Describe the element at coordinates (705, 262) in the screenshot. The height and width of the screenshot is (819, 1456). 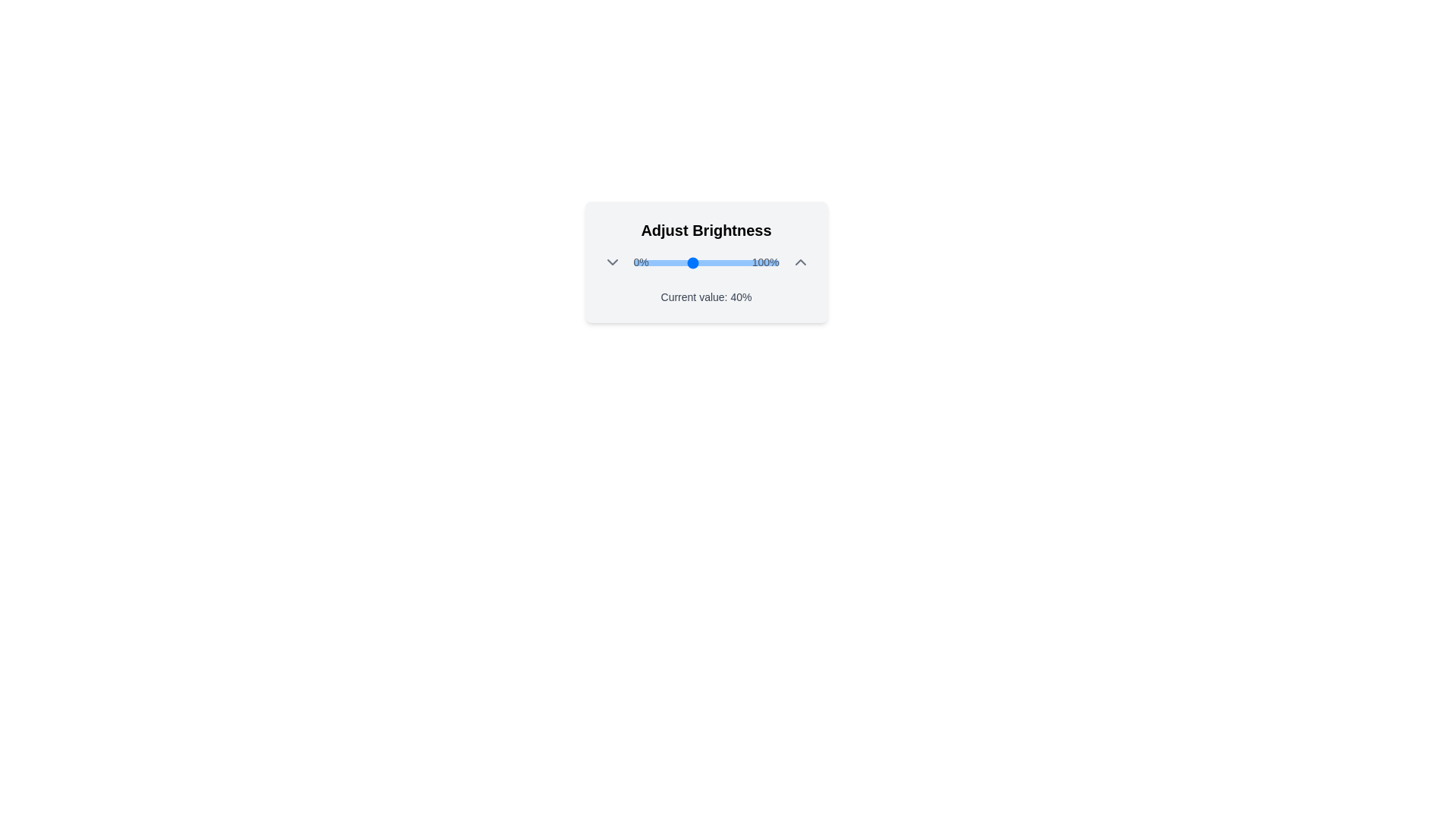
I see `the blue thumb of the horizontal range slider located between the labels '0%' and '100%'` at that location.